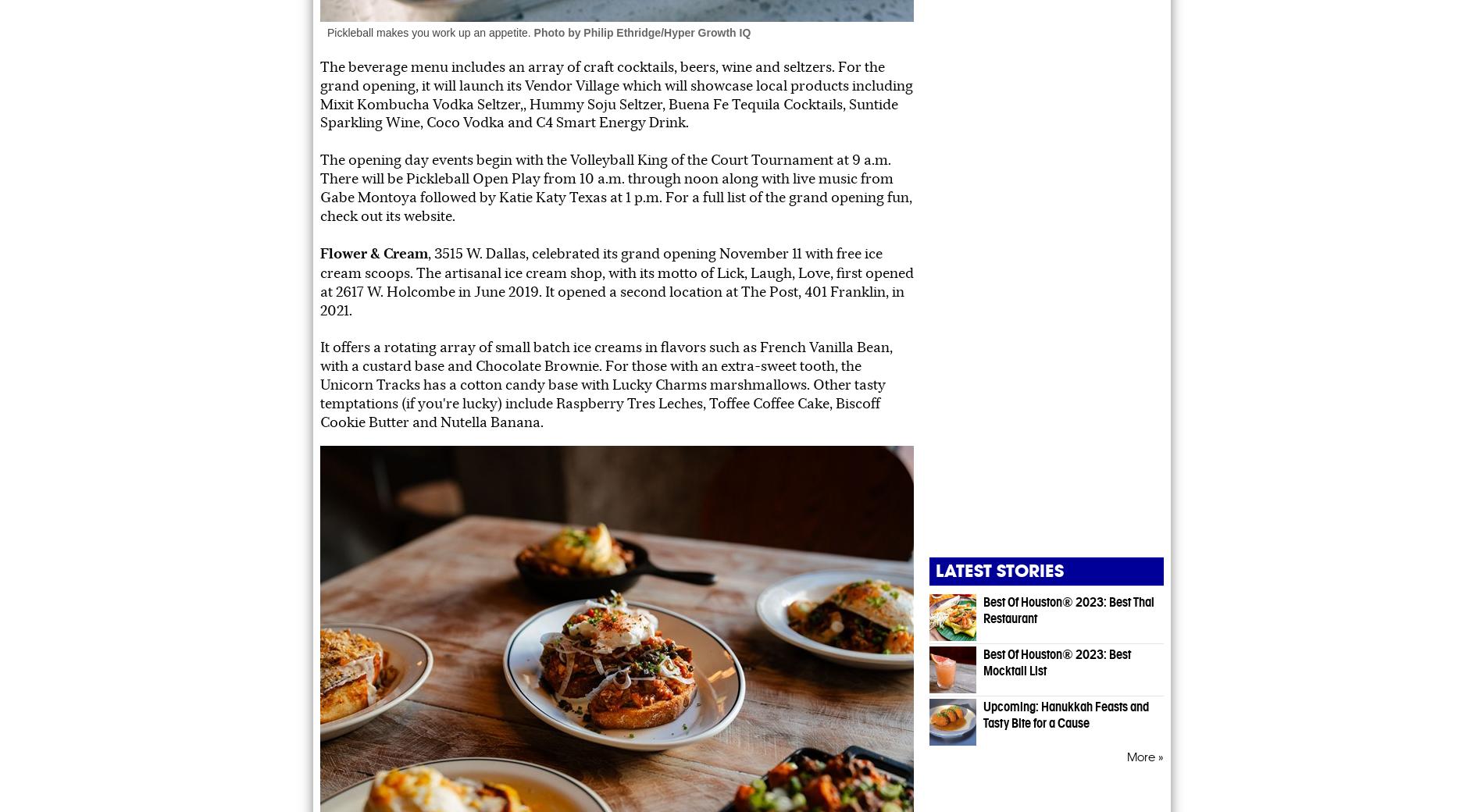 The width and height of the screenshot is (1484, 812). I want to click on 'Latest Stories', so click(999, 571).